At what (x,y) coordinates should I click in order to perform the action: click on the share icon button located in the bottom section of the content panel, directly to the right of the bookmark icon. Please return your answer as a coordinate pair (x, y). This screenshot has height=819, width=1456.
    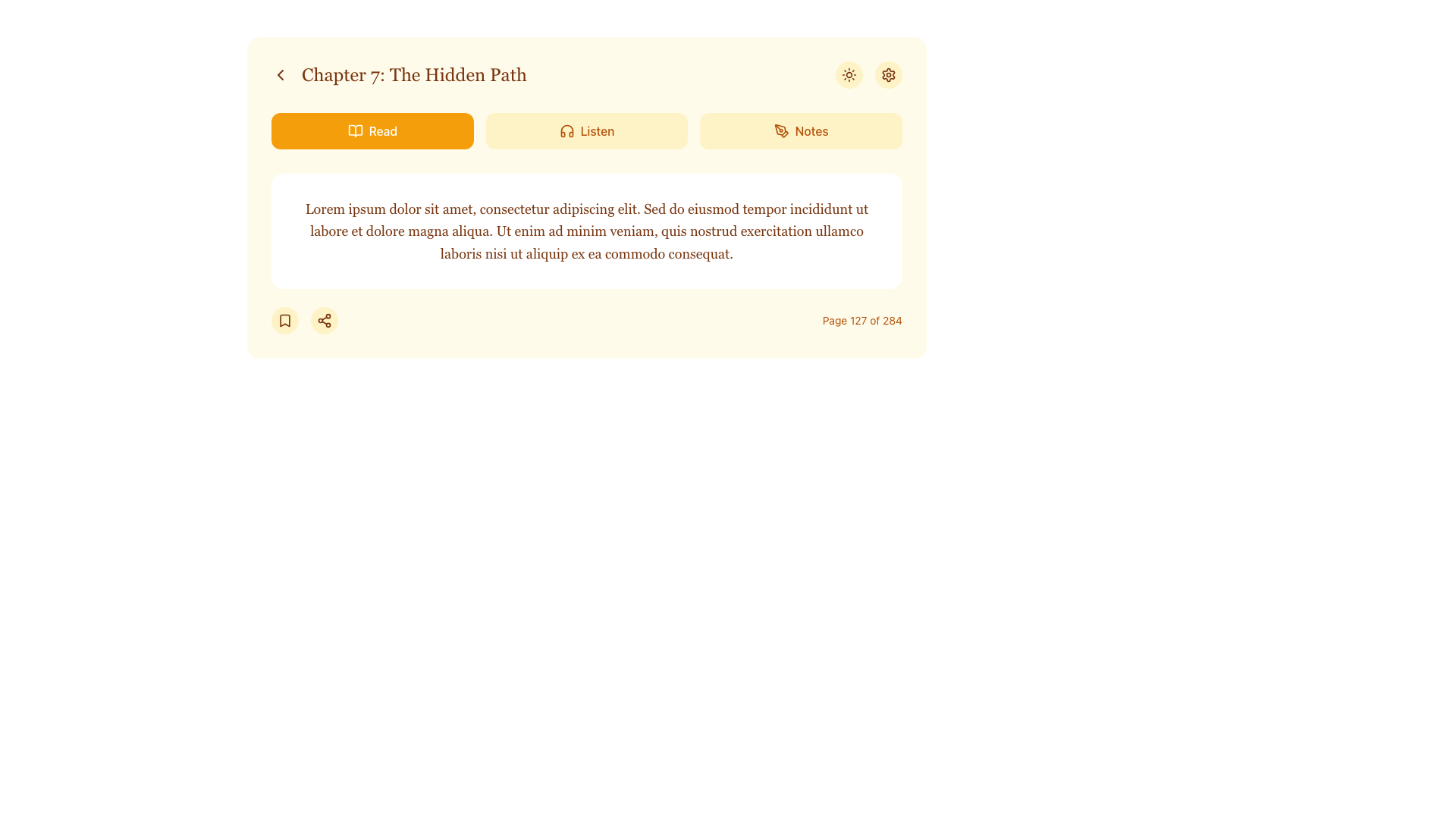
    Looking at the image, I should click on (323, 318).